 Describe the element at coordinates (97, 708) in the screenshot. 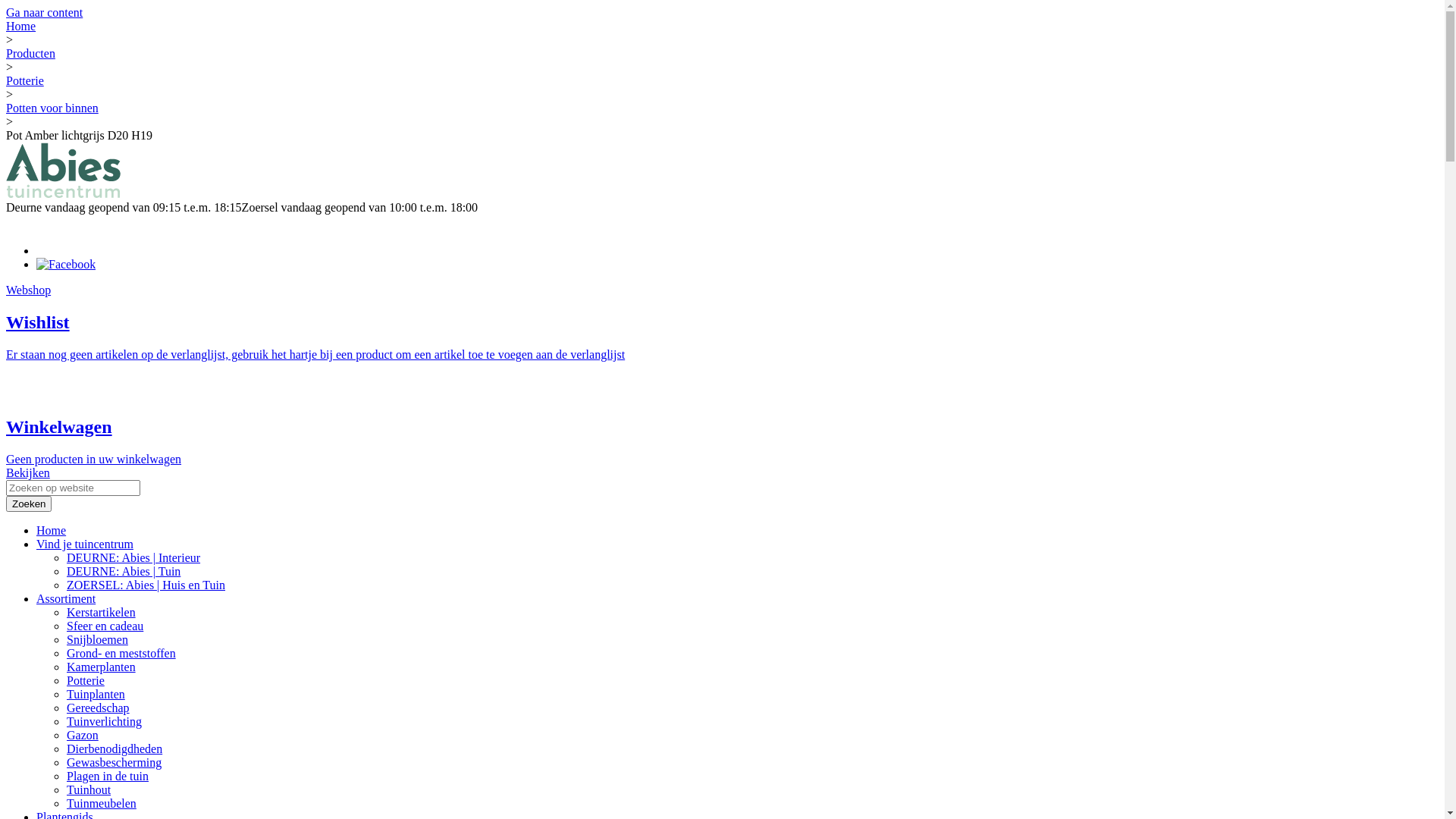

I see `'Gereedschap'` at that location.